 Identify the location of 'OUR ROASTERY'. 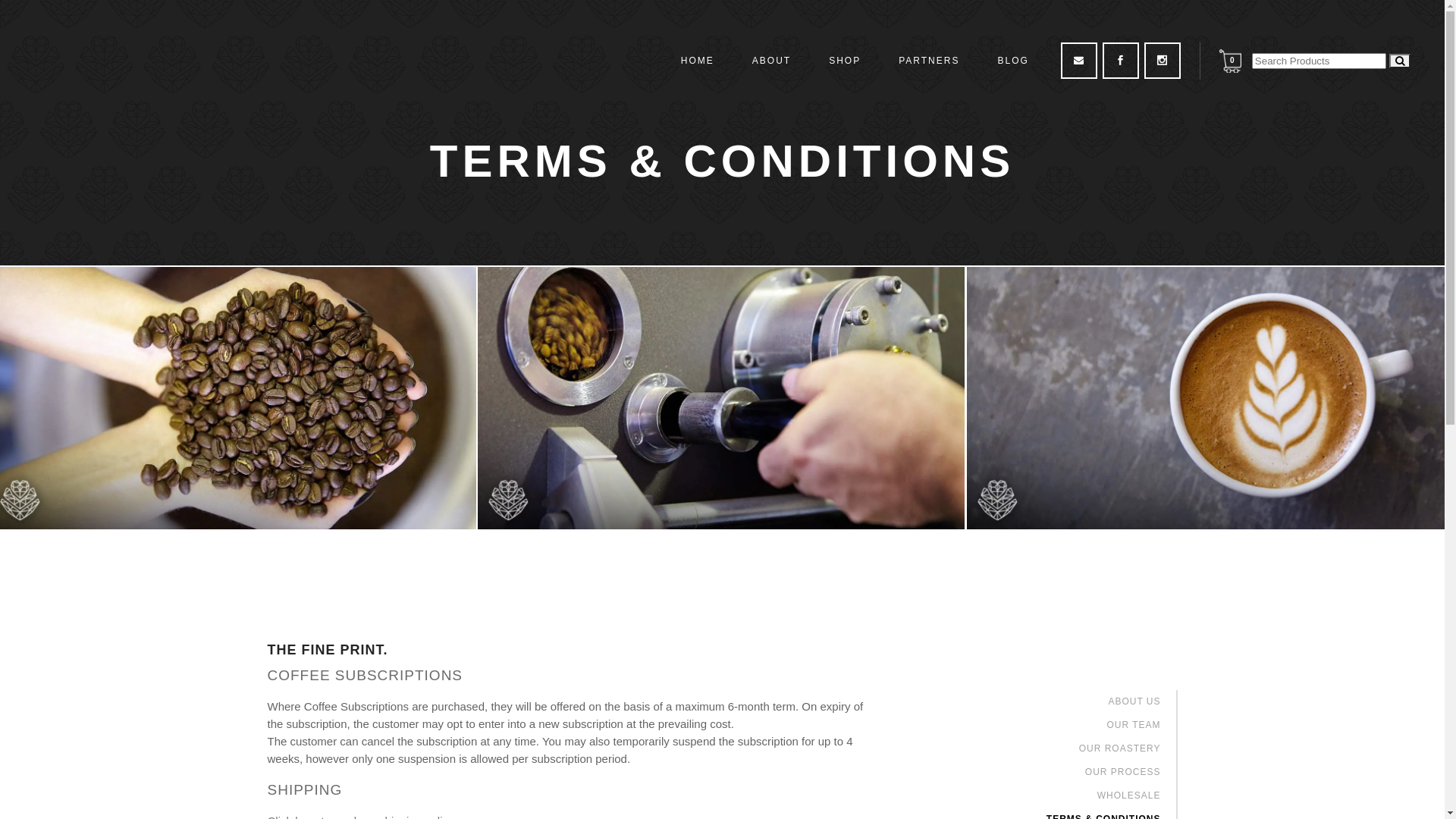
(1120, 748).